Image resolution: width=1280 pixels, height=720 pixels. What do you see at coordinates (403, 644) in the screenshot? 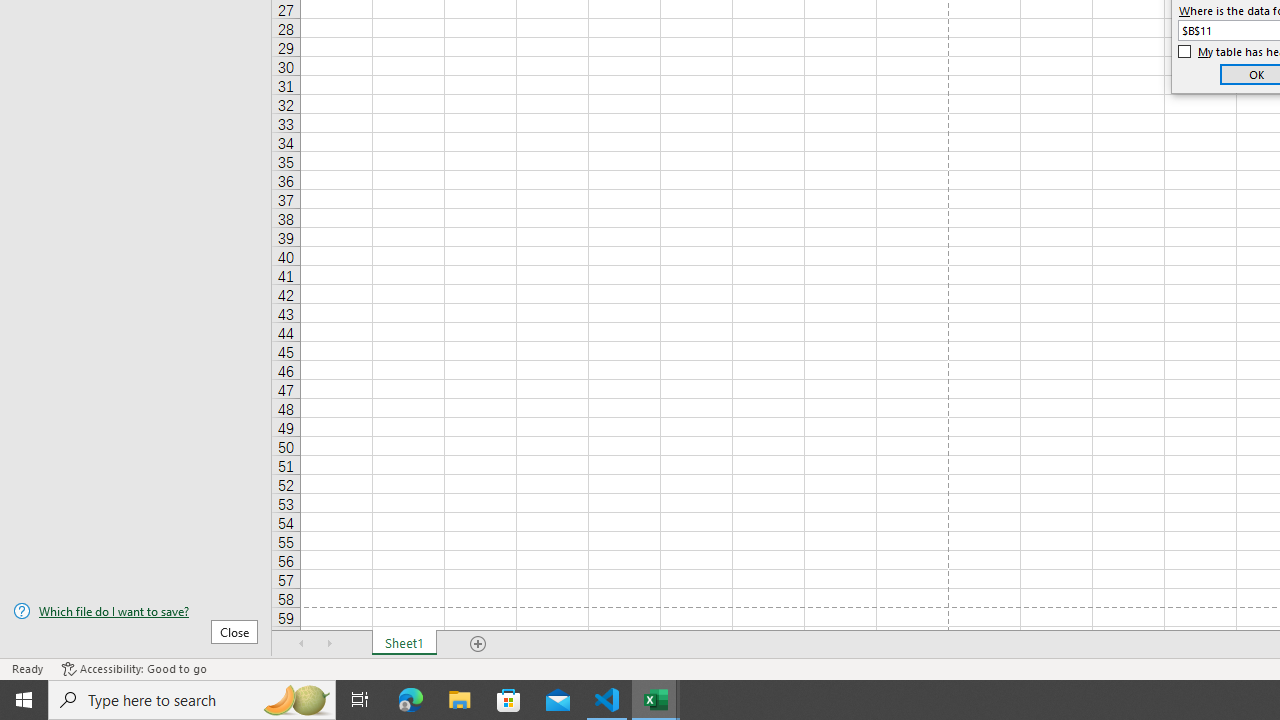
I see `'Sheet1'` at bounding box center [403, 644].